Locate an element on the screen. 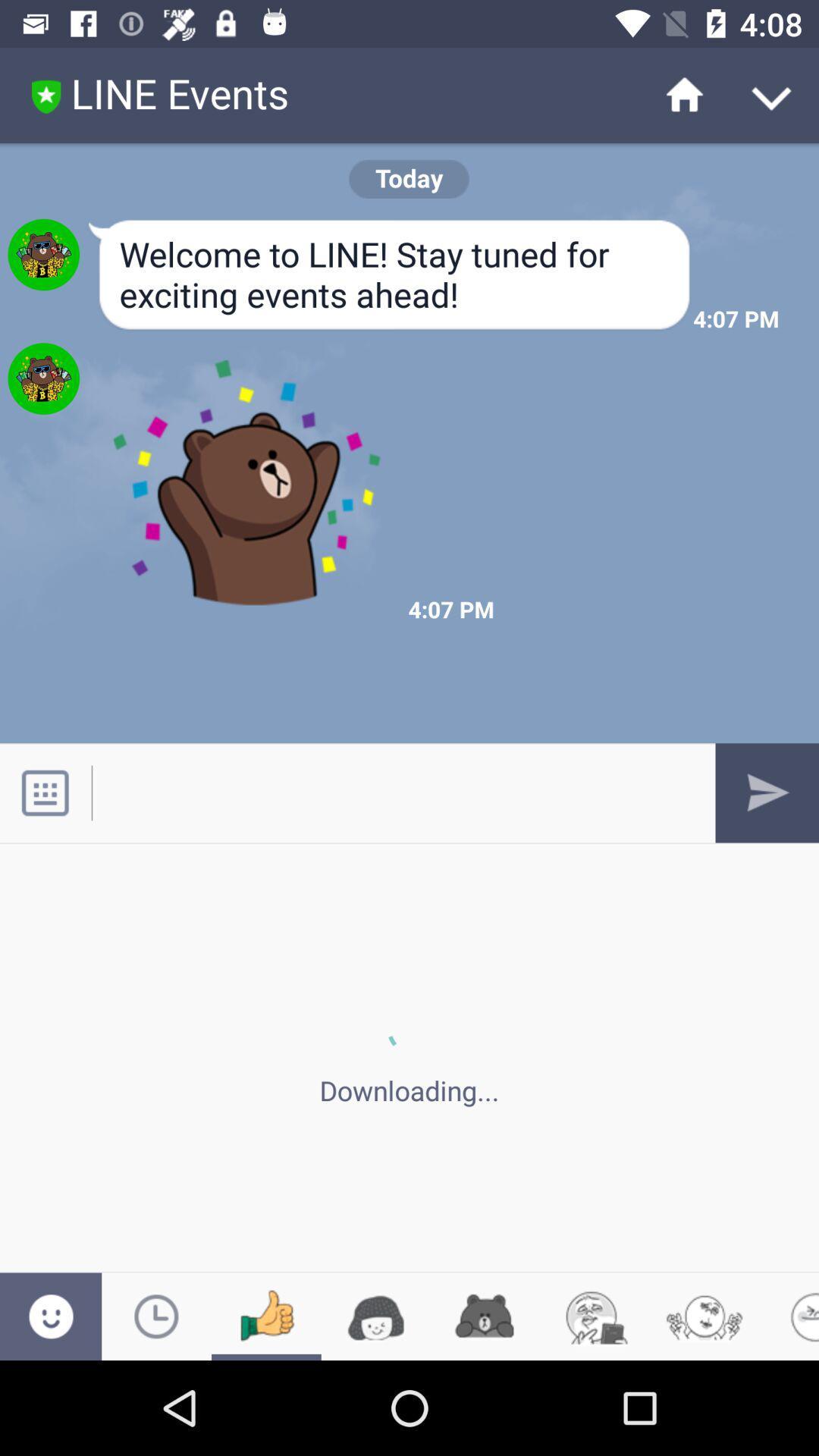 This screenshot has width=819, height=1456. the emoji icon is located at coordinates (50, 1316).